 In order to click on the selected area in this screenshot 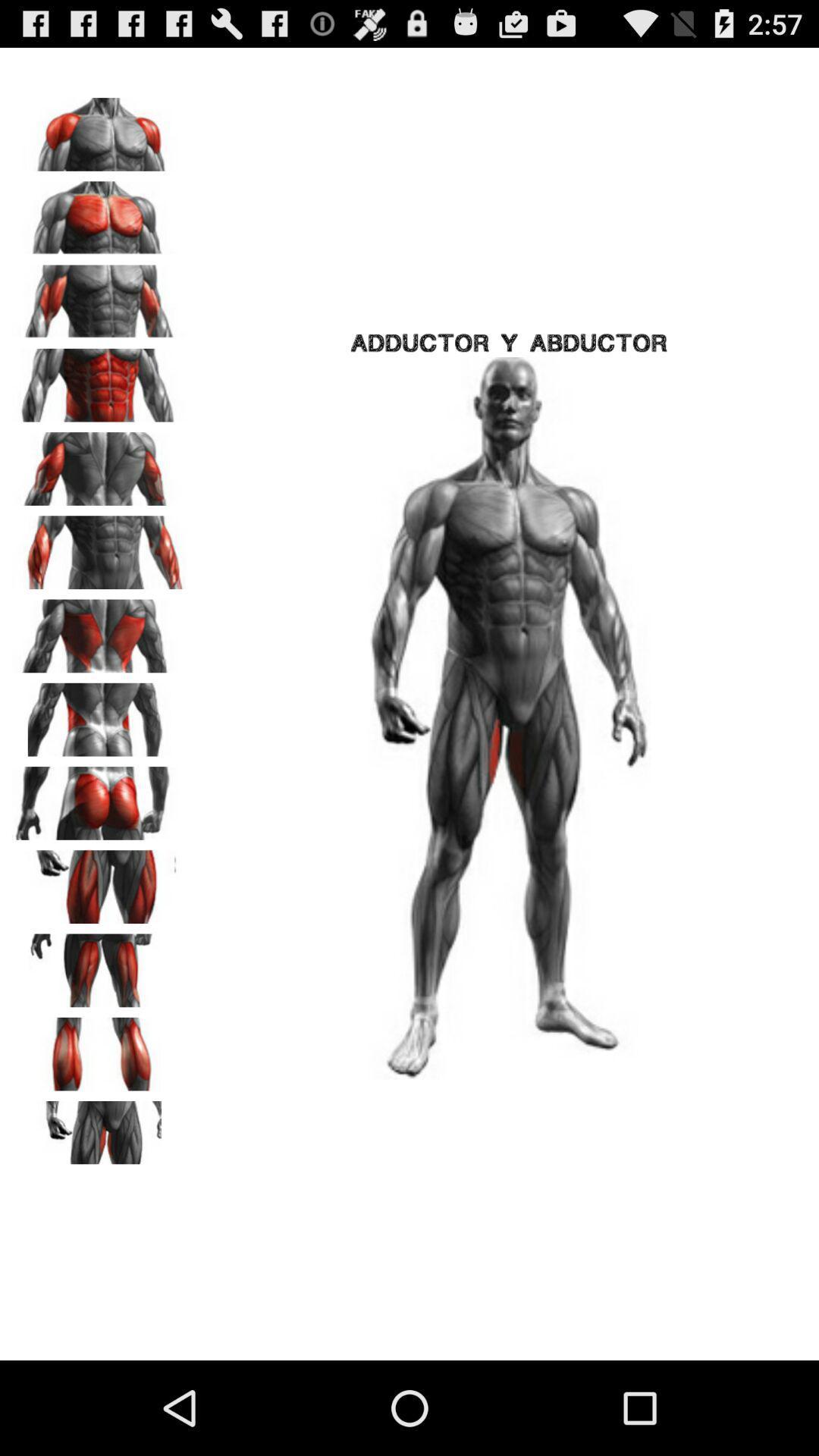, I will do `click(99, 631)`.